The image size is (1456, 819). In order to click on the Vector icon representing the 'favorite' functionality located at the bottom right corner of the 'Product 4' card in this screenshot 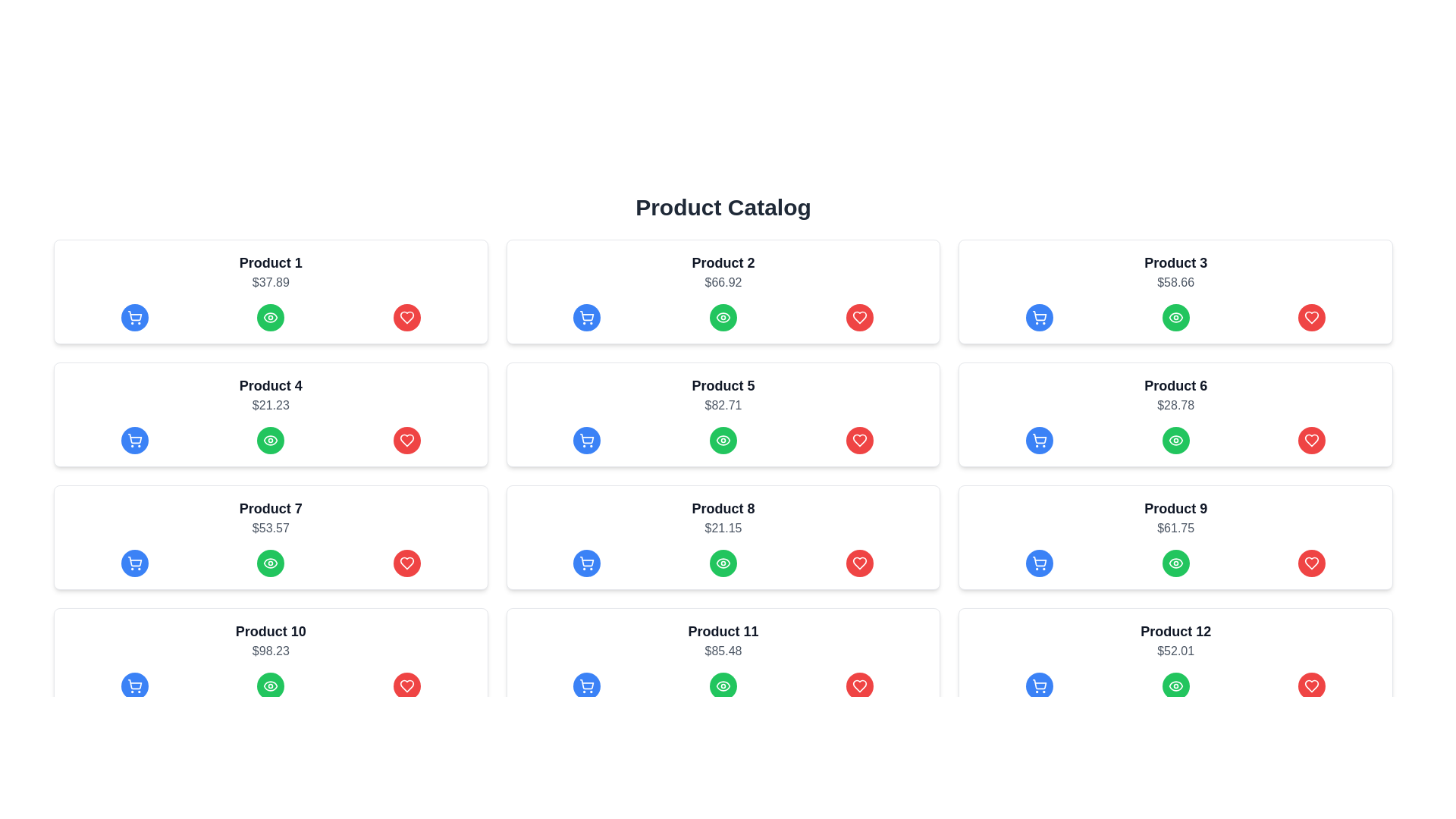, I will do `click(406, 317)`.